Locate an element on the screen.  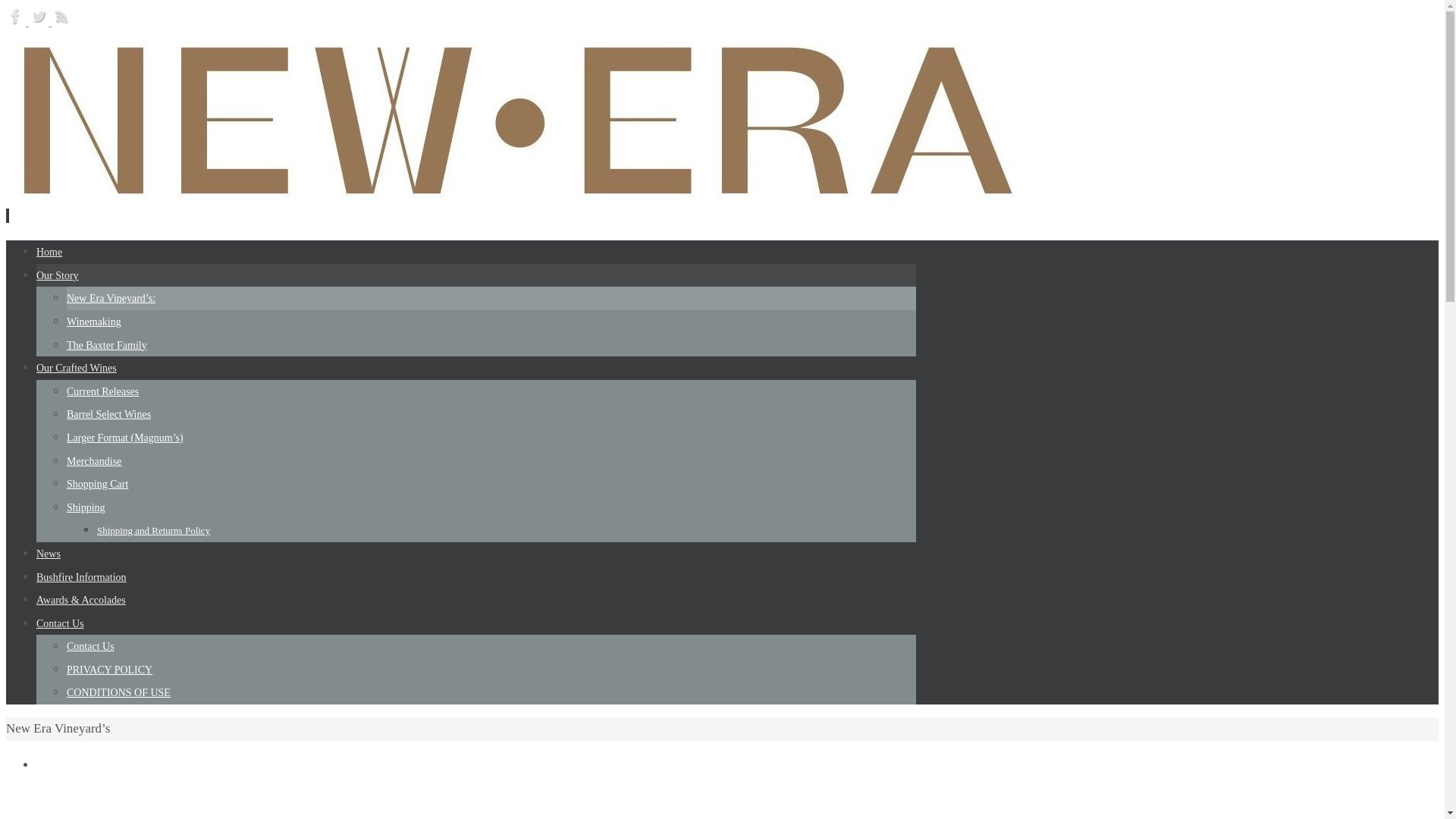
'RSS' is located at coordinates (61, 21).